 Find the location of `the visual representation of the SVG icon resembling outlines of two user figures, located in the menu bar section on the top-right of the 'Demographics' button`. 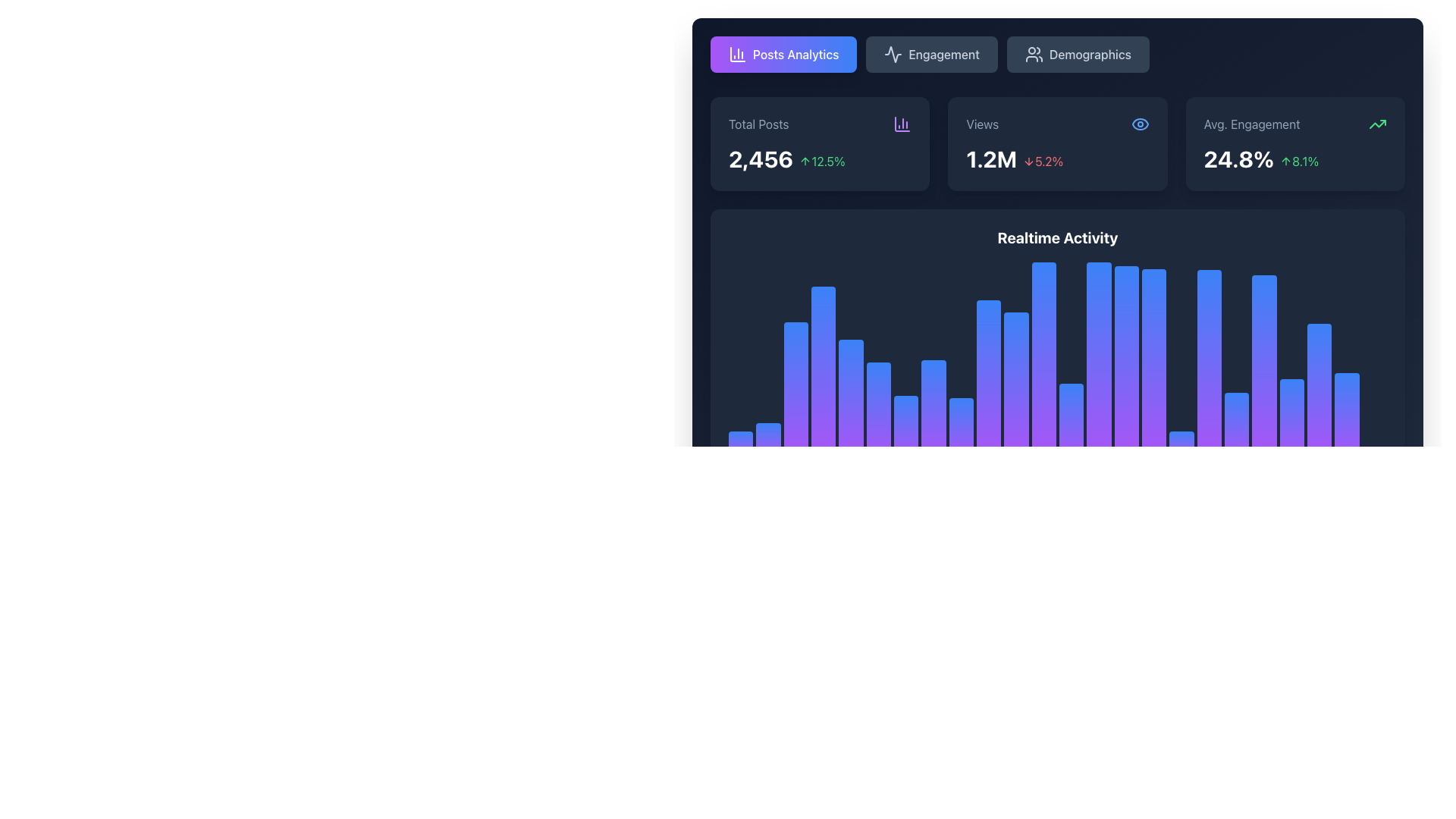

the visual representation of the SVG icon resembling outlines of two user figures, located in the menu bar section on the top-right of the 'Demographics' button is located at coordinates (1033, 54).